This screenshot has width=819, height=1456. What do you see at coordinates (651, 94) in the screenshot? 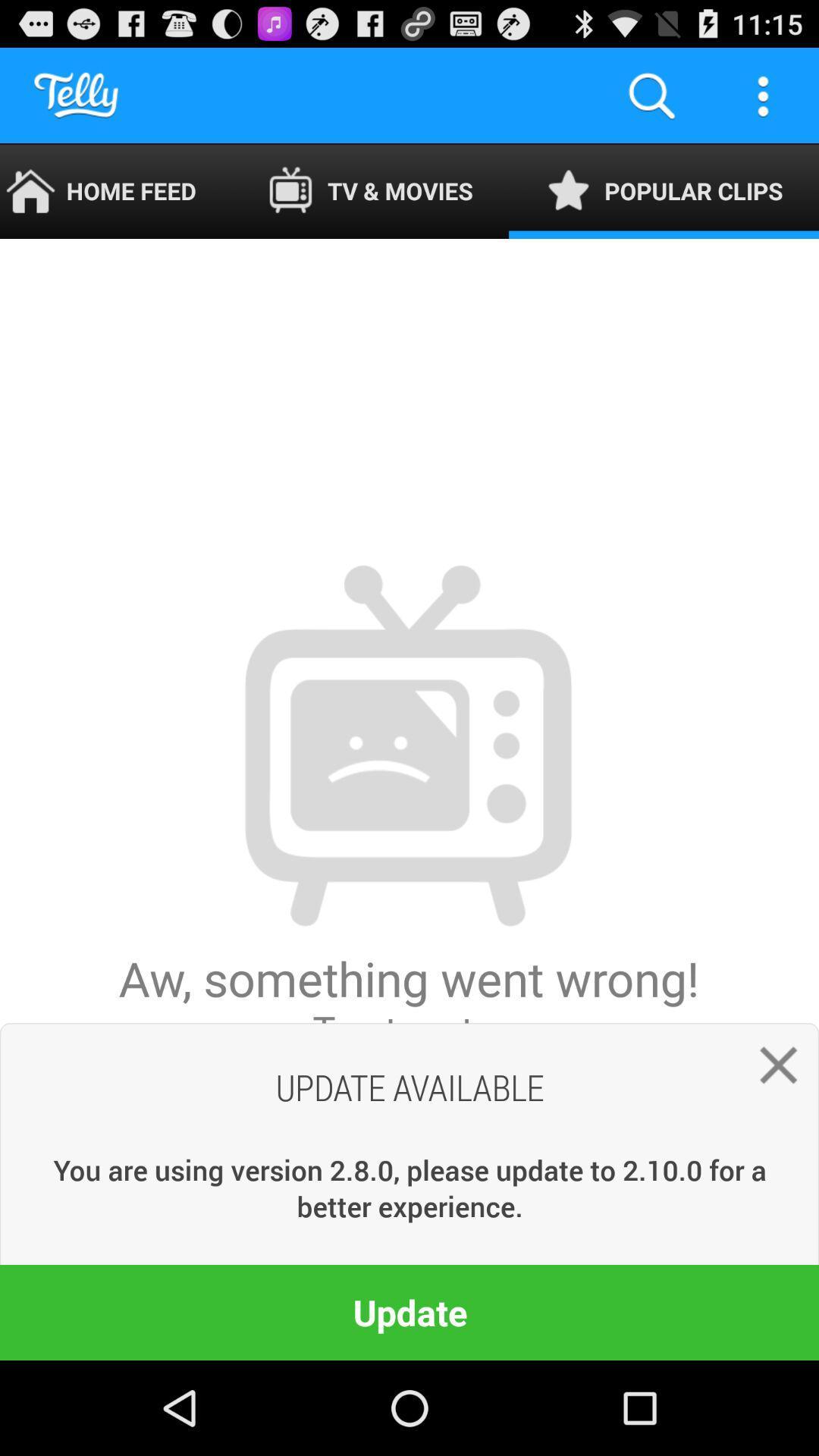
I see `the item to the right of the tv & movies app` at bounding box center [651, 94].